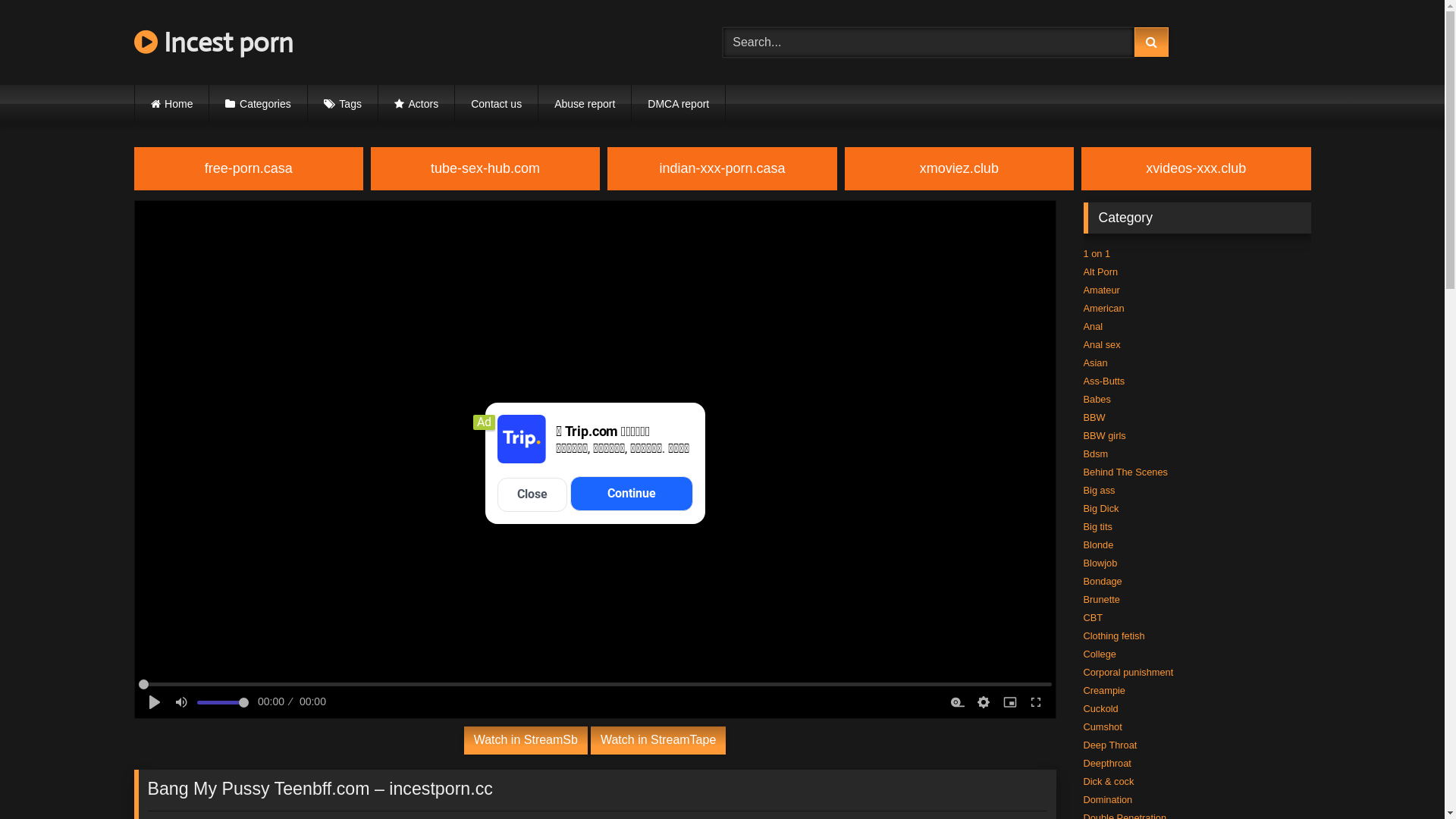 The height and width of the screenshot is (819, 1456). What do you see at coordinates (247, 168) in the screenshot?
I see `'free-porn.casa'` at bounding box center [247, 168].